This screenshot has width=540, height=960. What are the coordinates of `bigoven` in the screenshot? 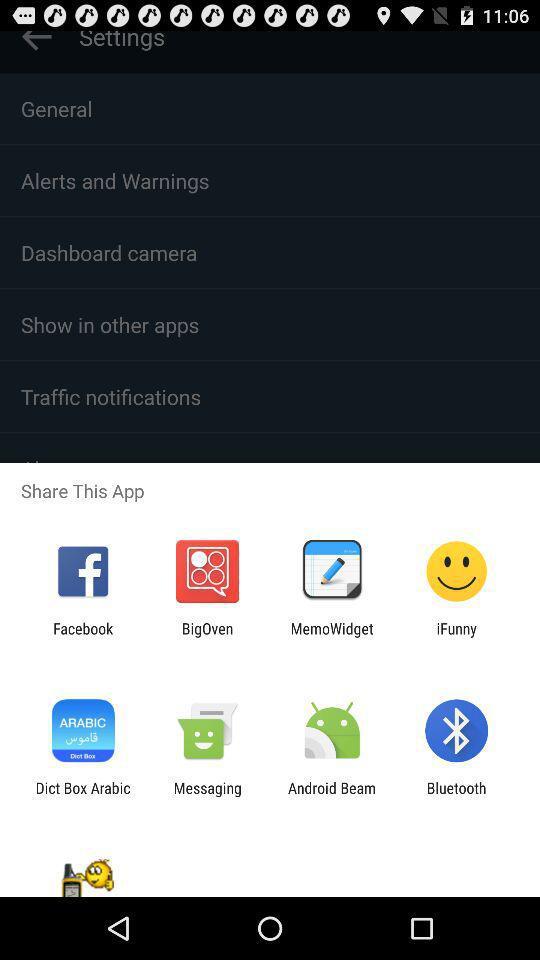 It's located at (206, 636).